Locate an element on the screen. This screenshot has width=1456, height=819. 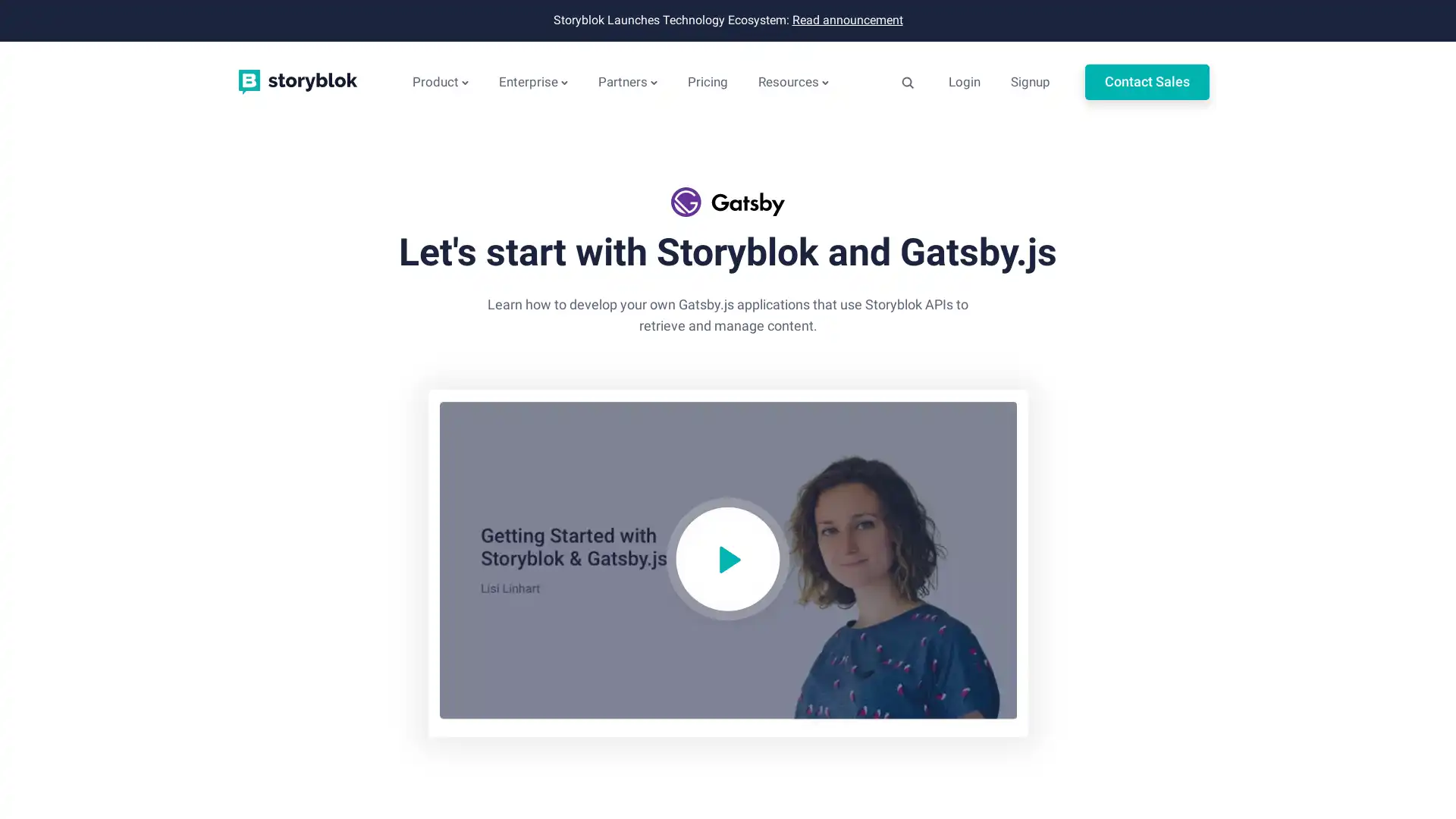
Resources is located at coordinates (792, 82).